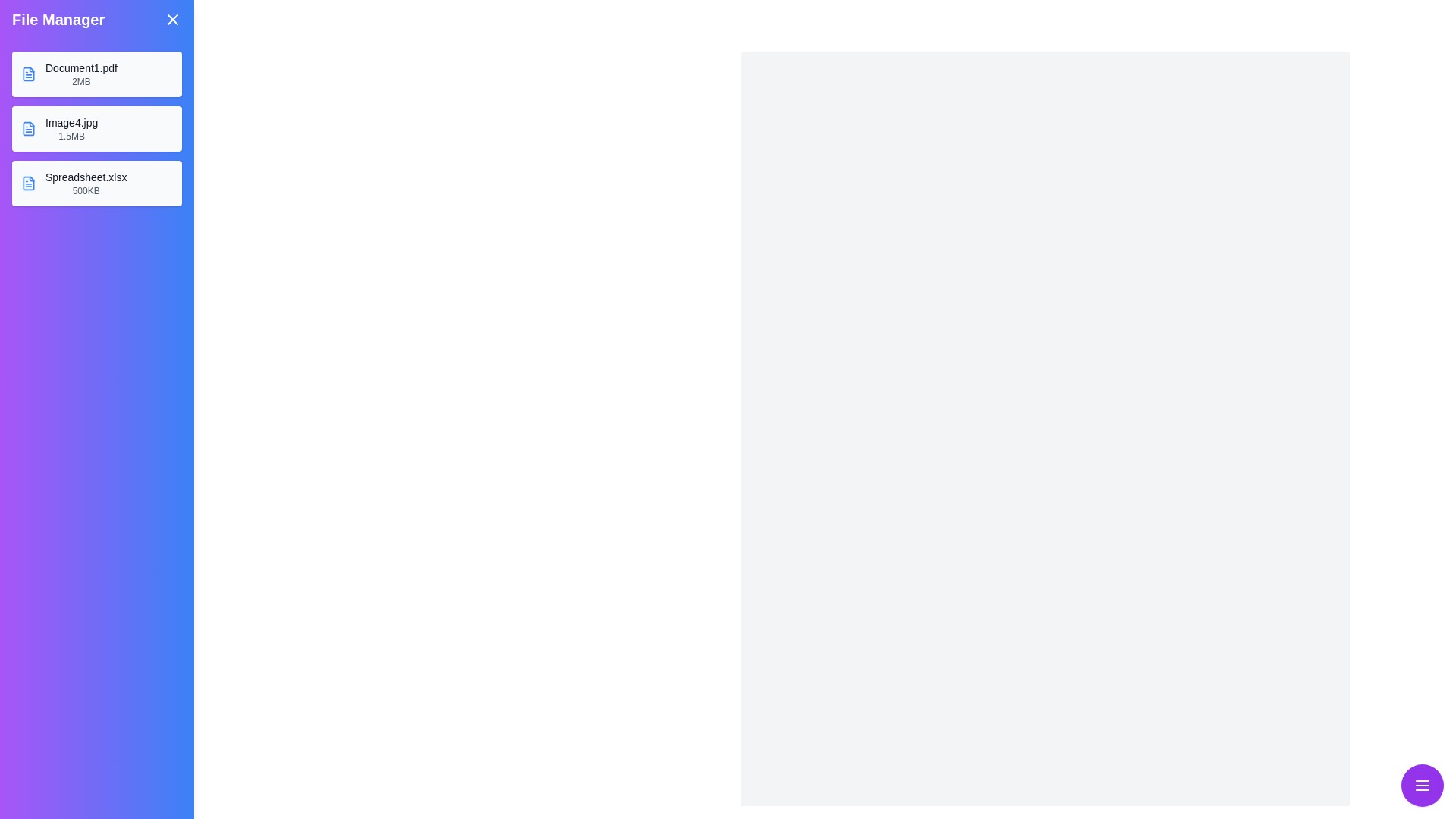 Image resolution: width=1456 pixels, height=819 pixels. Describe the element at coordinates (85, 183) in the screenshot. I see `the Informational Text Block displaying details of 'Spreadsheet.xlsx'` at that location.